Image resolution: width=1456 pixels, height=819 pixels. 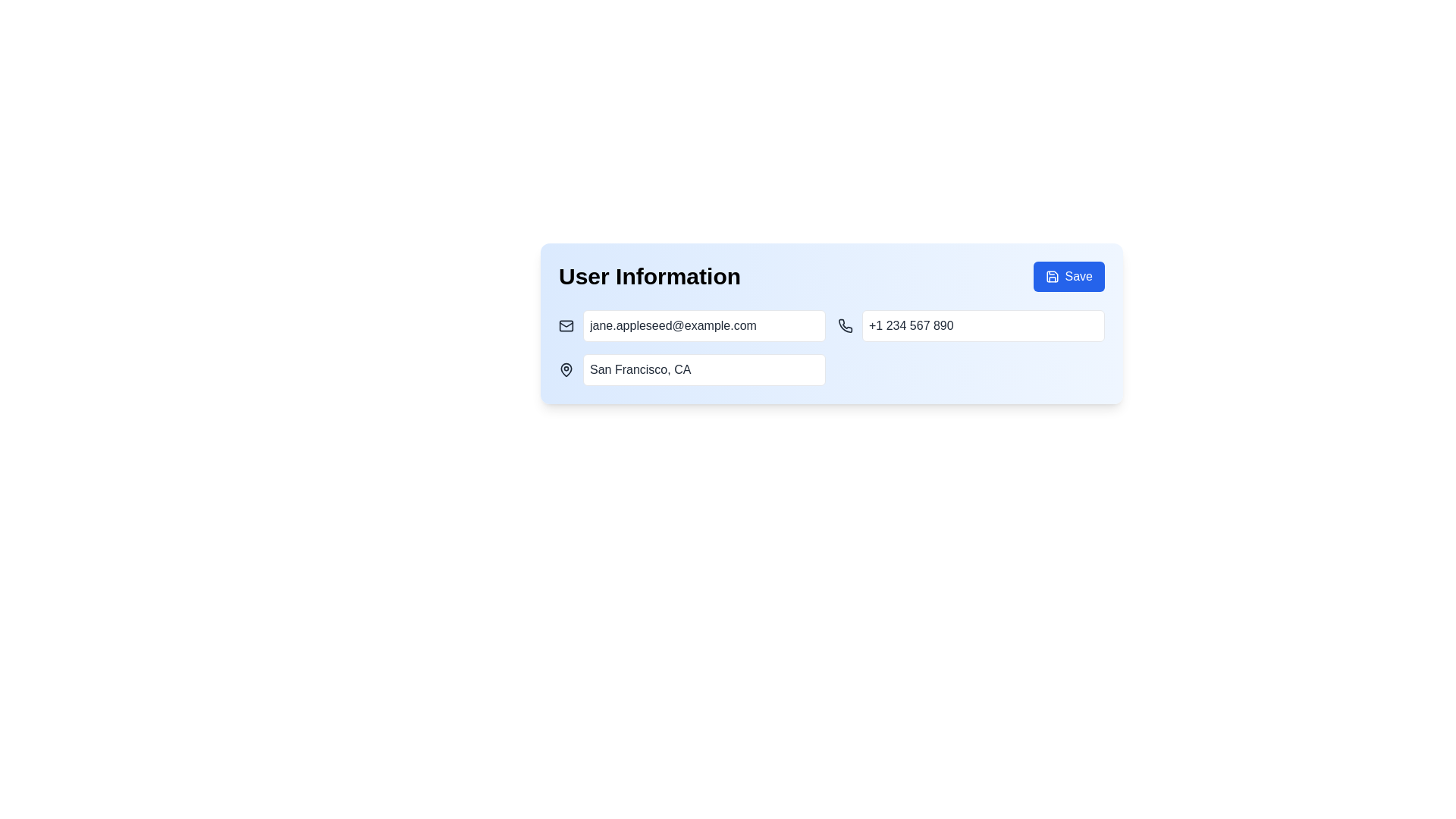 What do you see at coordinates (1068, 277) in the screenshot?
I see `the 'Save' button with a blue background and a floppy disk icon, located in the top-right corner of the 'User Information' section` at bounding box center [1068, 277].